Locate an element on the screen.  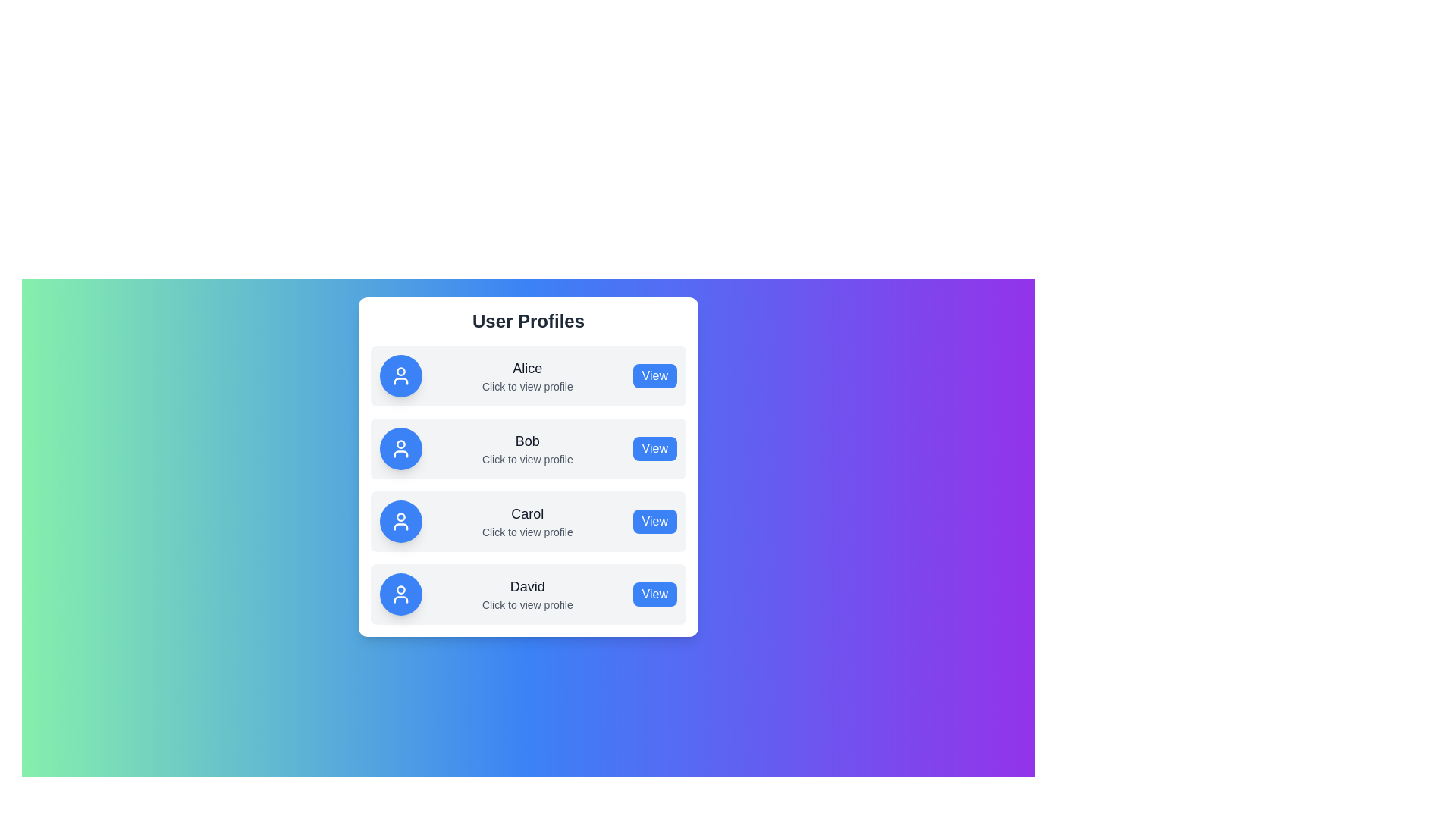
the Avatar/Icon representing the user 'Carol', which is the third profile card in the vertical list of user profiles is located at coordinates (400, 520).